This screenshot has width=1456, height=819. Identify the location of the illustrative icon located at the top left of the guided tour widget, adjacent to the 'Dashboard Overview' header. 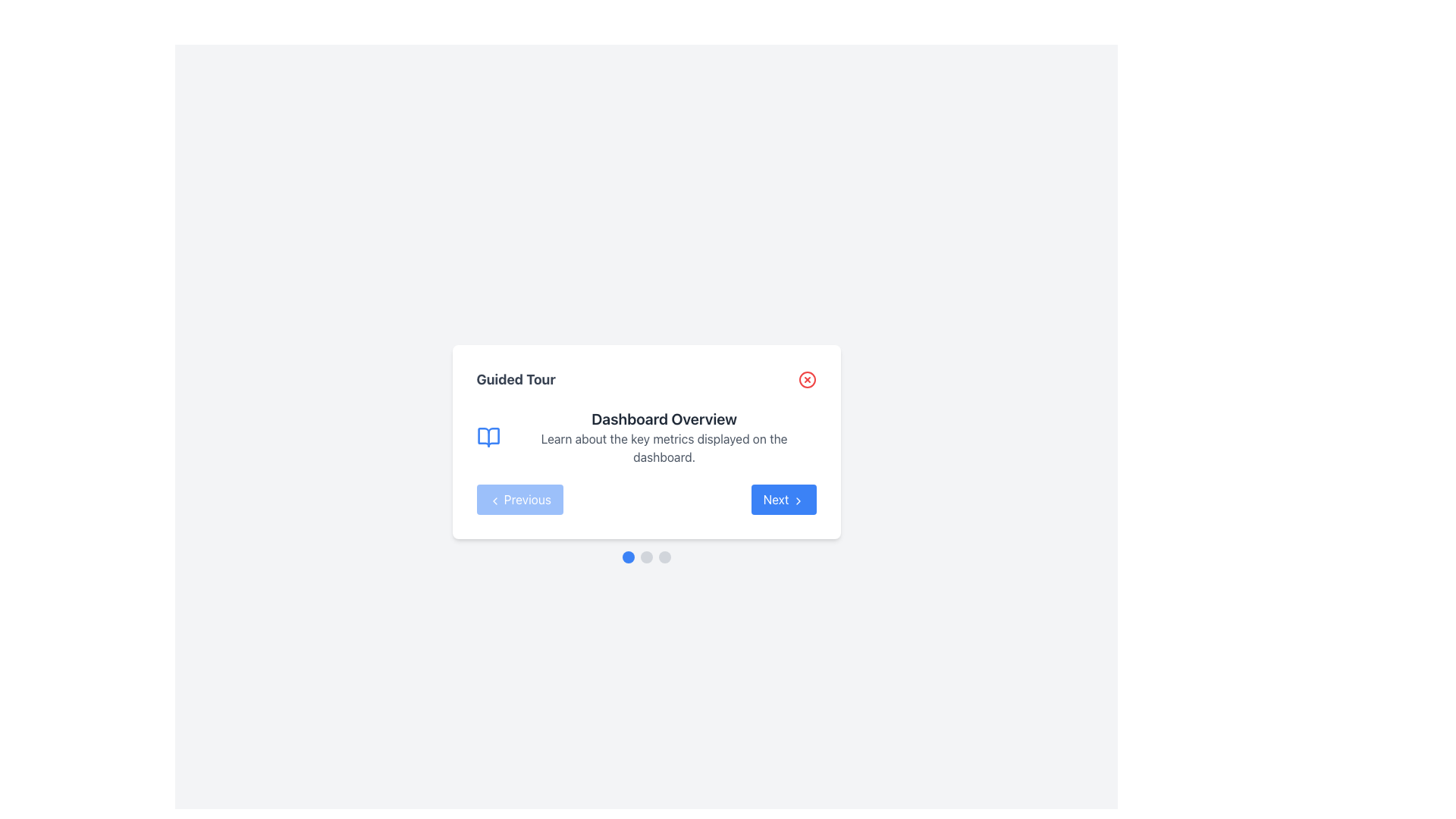
(488, 438).